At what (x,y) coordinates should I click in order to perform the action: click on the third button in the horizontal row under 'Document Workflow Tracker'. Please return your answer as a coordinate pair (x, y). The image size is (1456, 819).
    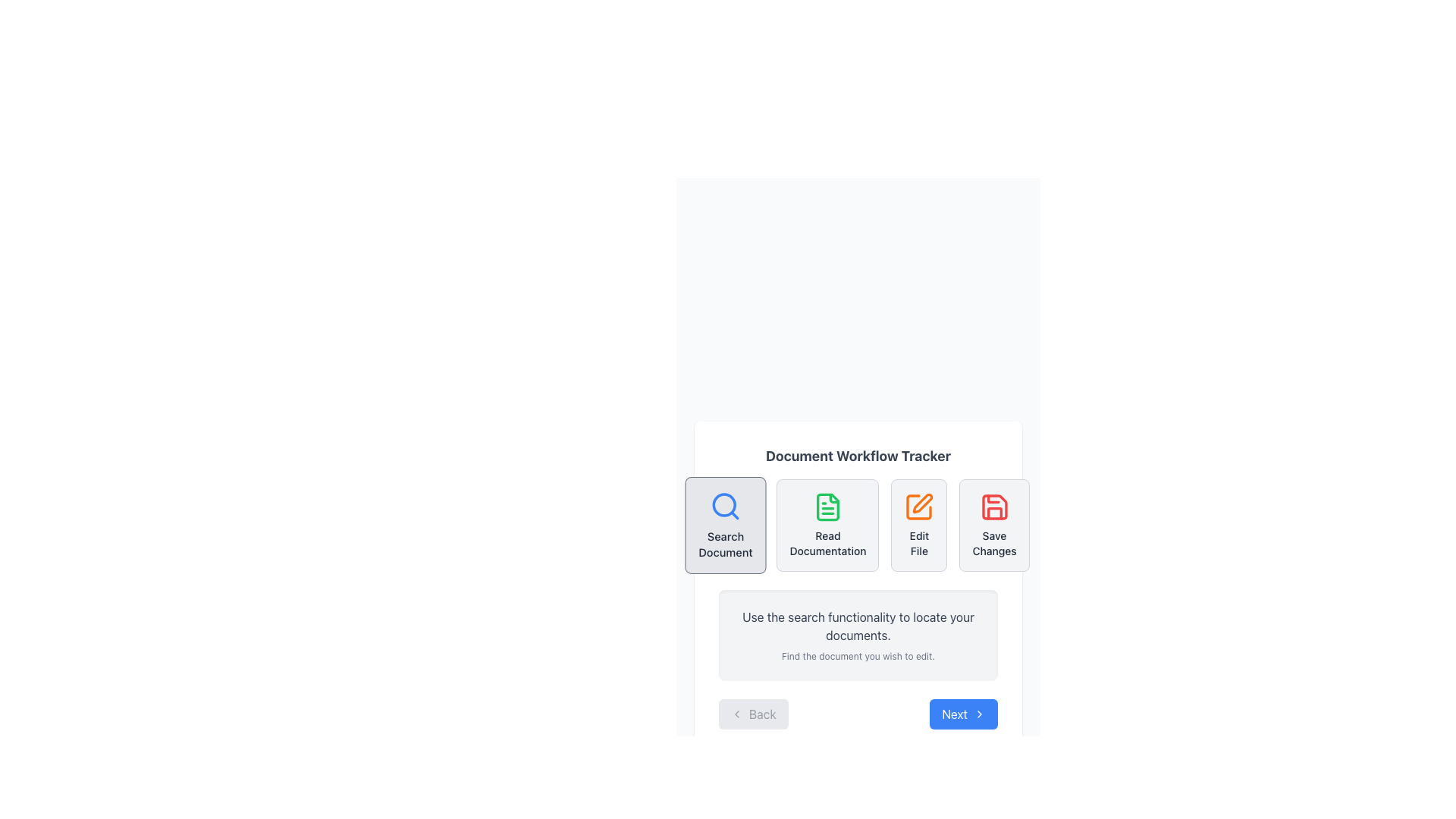
    Looking at the image, I should click on (918, 525).